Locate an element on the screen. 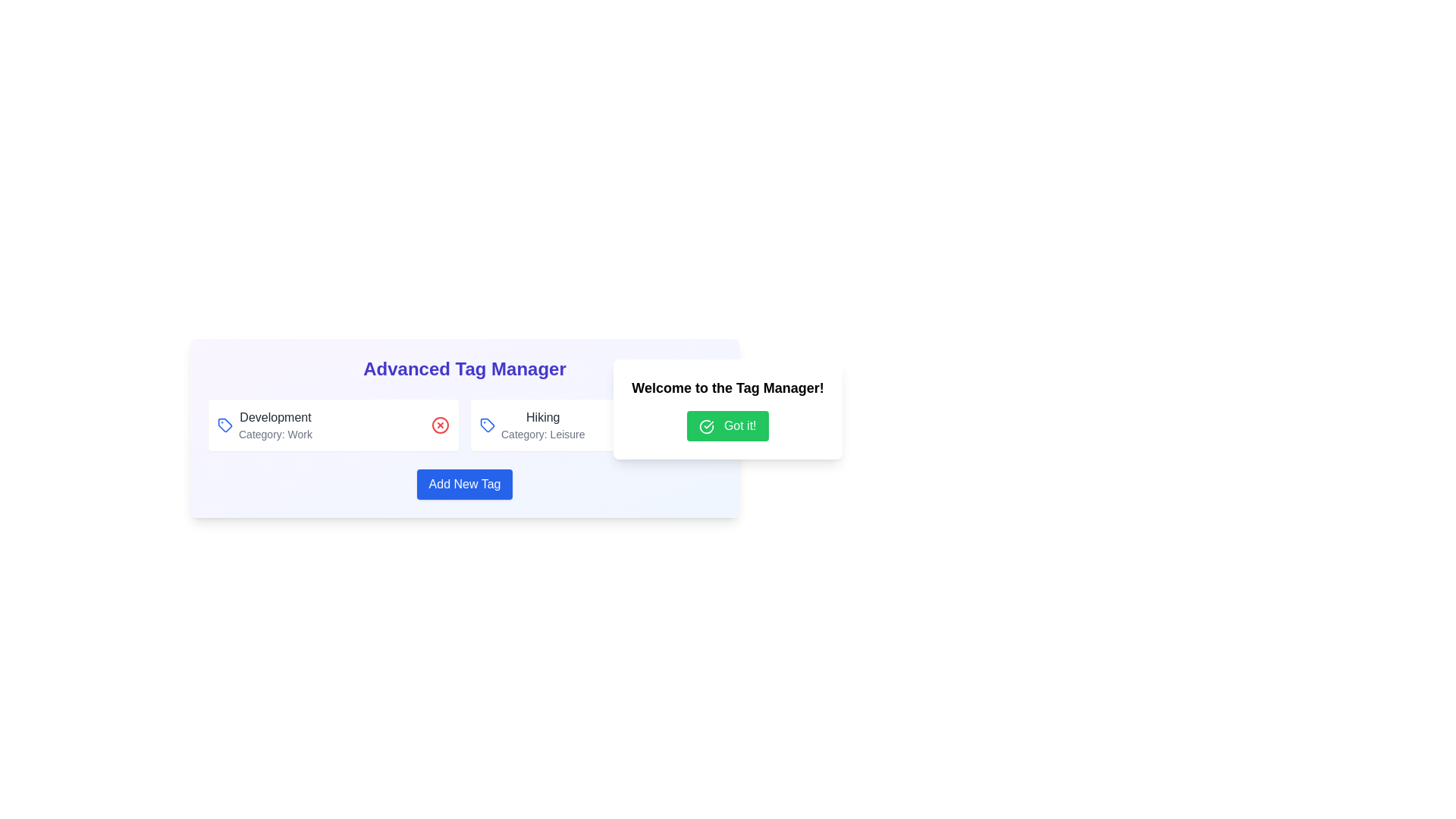 The image size is (1456, 819). the red circular delete button with a crossed-out symbol, located on the far right of the row containing 'Development' and 'Category: Work' is located at coordinates (439, 425).